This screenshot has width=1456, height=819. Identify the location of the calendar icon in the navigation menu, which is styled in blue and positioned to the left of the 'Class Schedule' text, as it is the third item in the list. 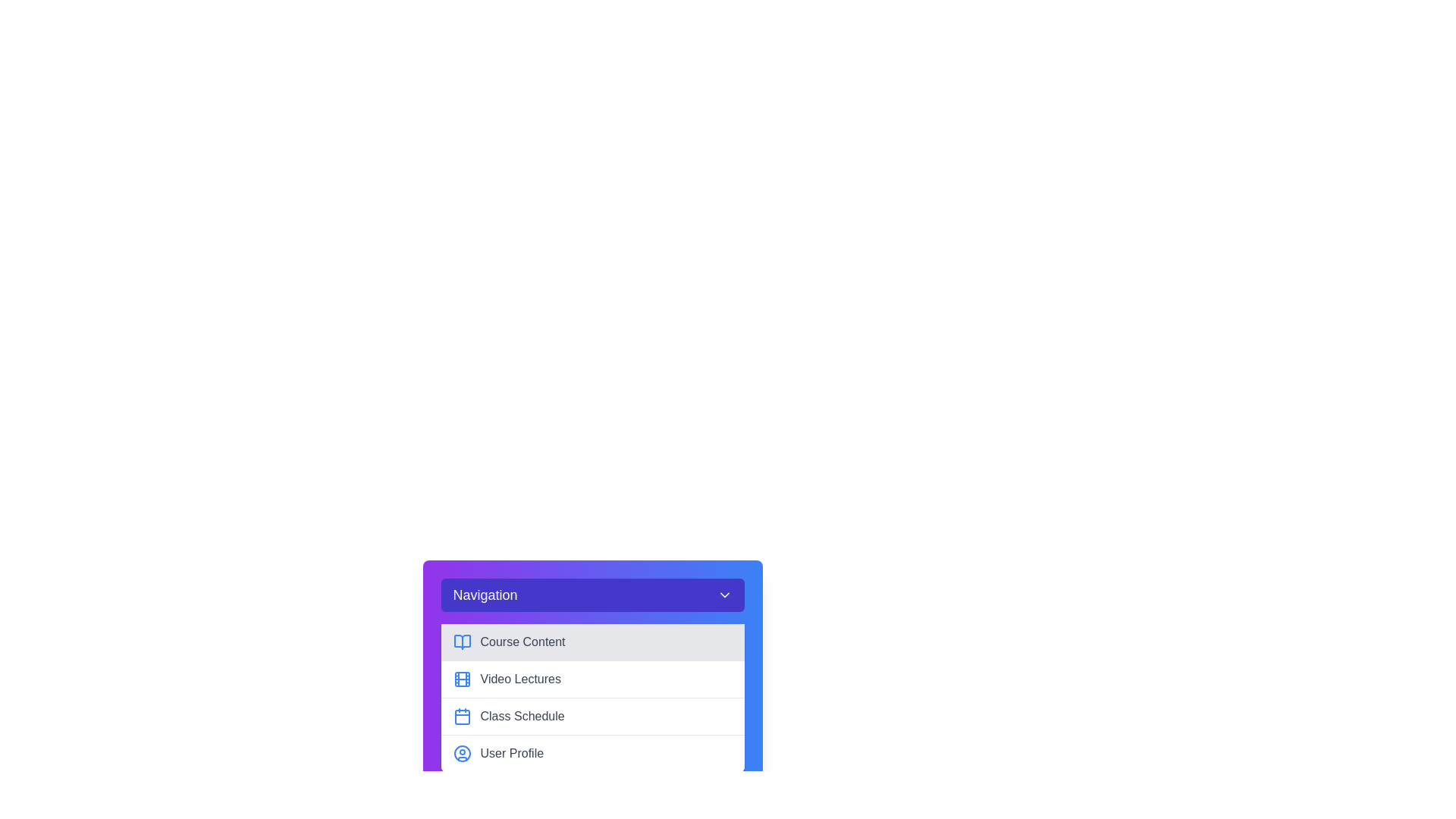
(461, 717).